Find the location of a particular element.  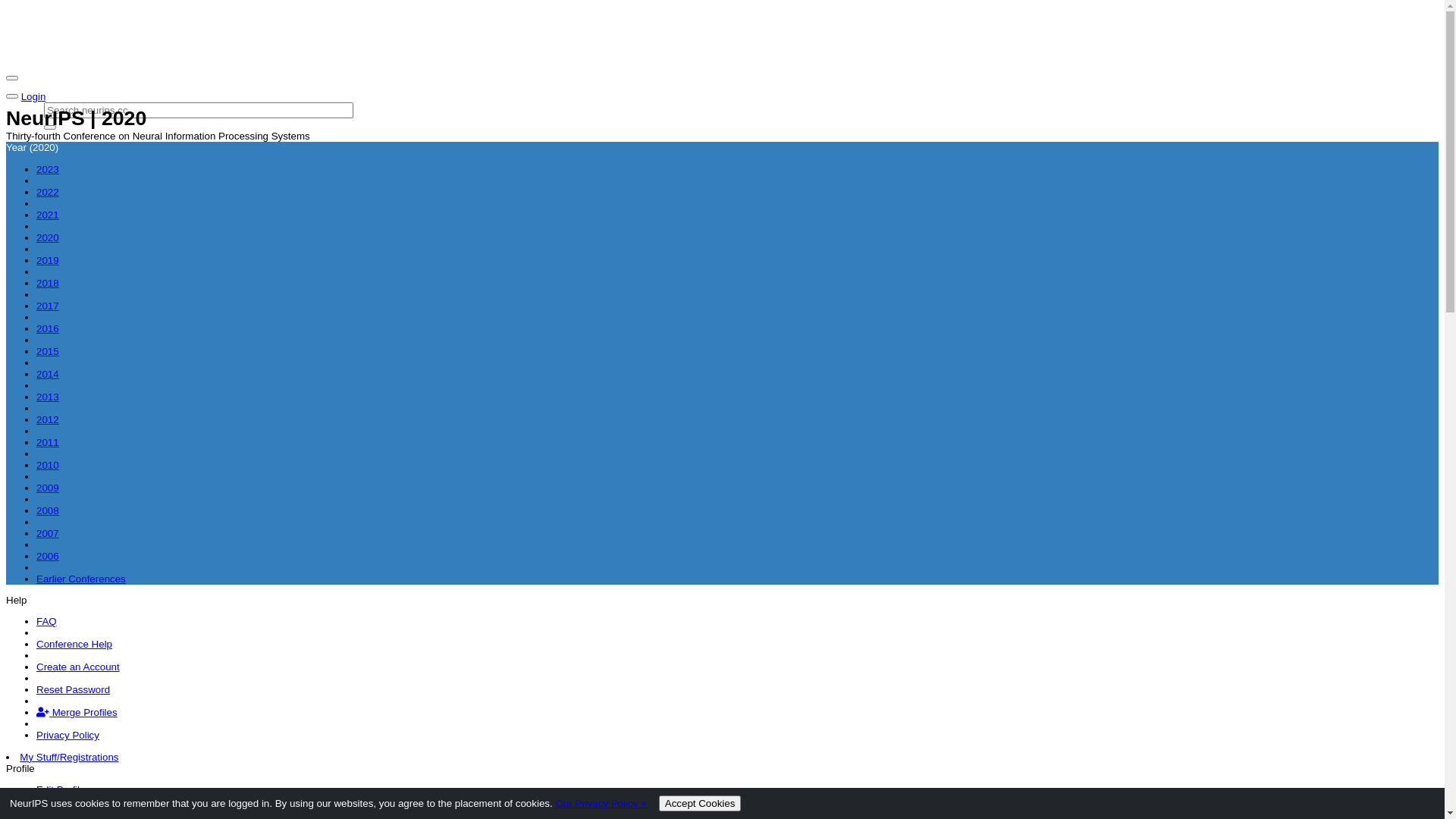

'2017' is located at coordinates (47, 306).